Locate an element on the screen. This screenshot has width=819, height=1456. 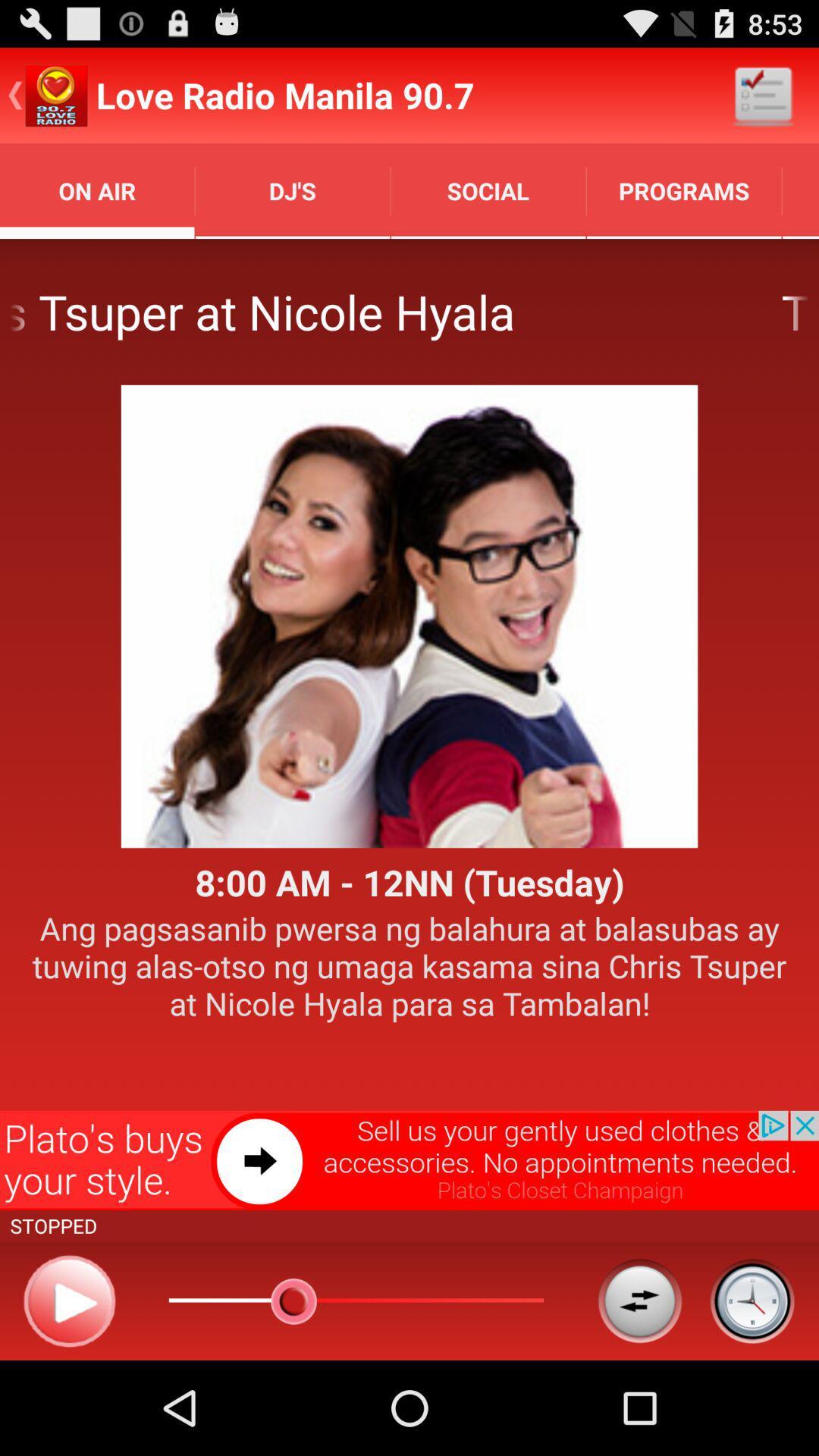
radio is located at coordinates (69, 1300).